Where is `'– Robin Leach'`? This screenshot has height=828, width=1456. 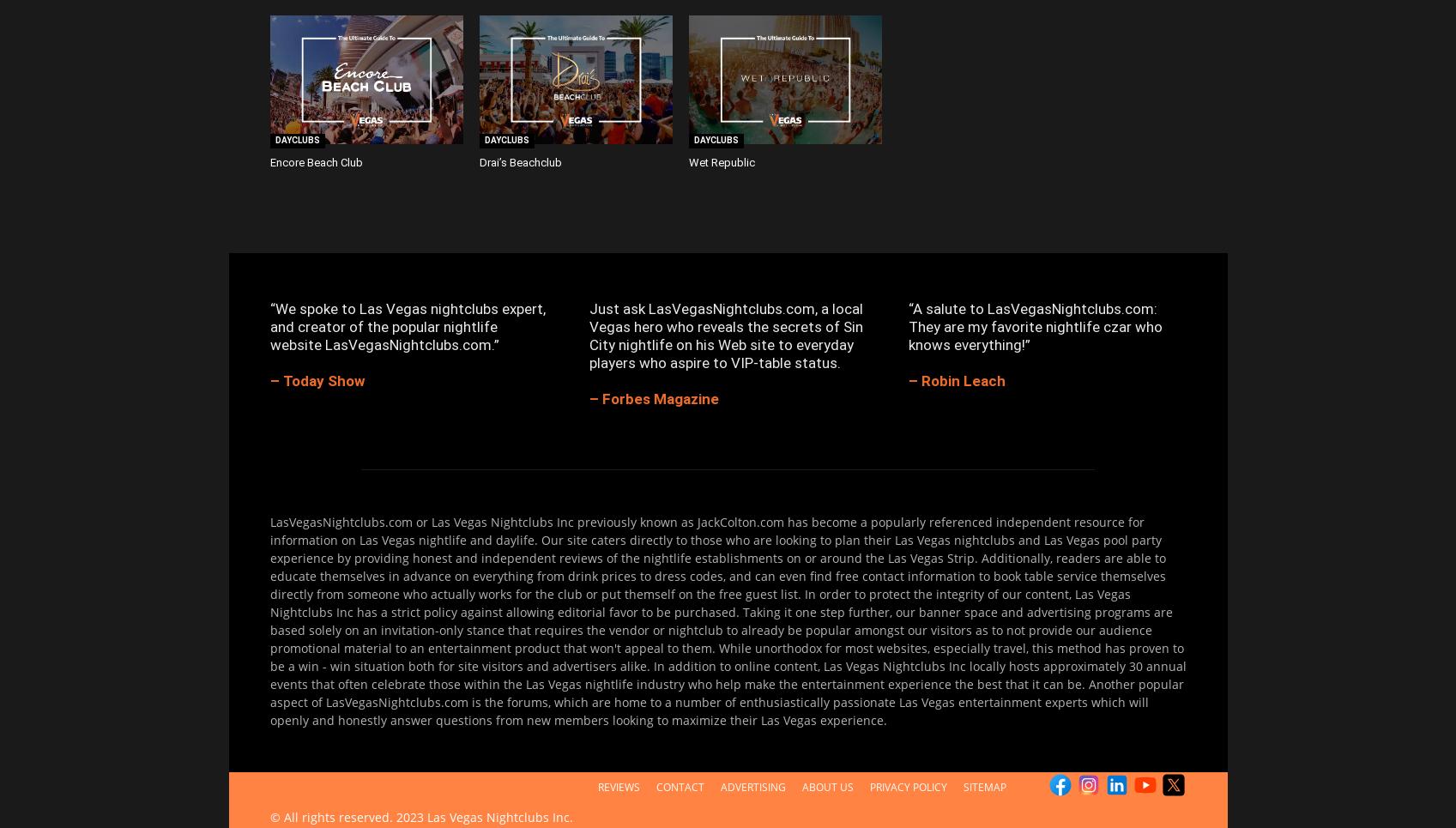 '– Robin Leach' is located at coordinates (956, 380).